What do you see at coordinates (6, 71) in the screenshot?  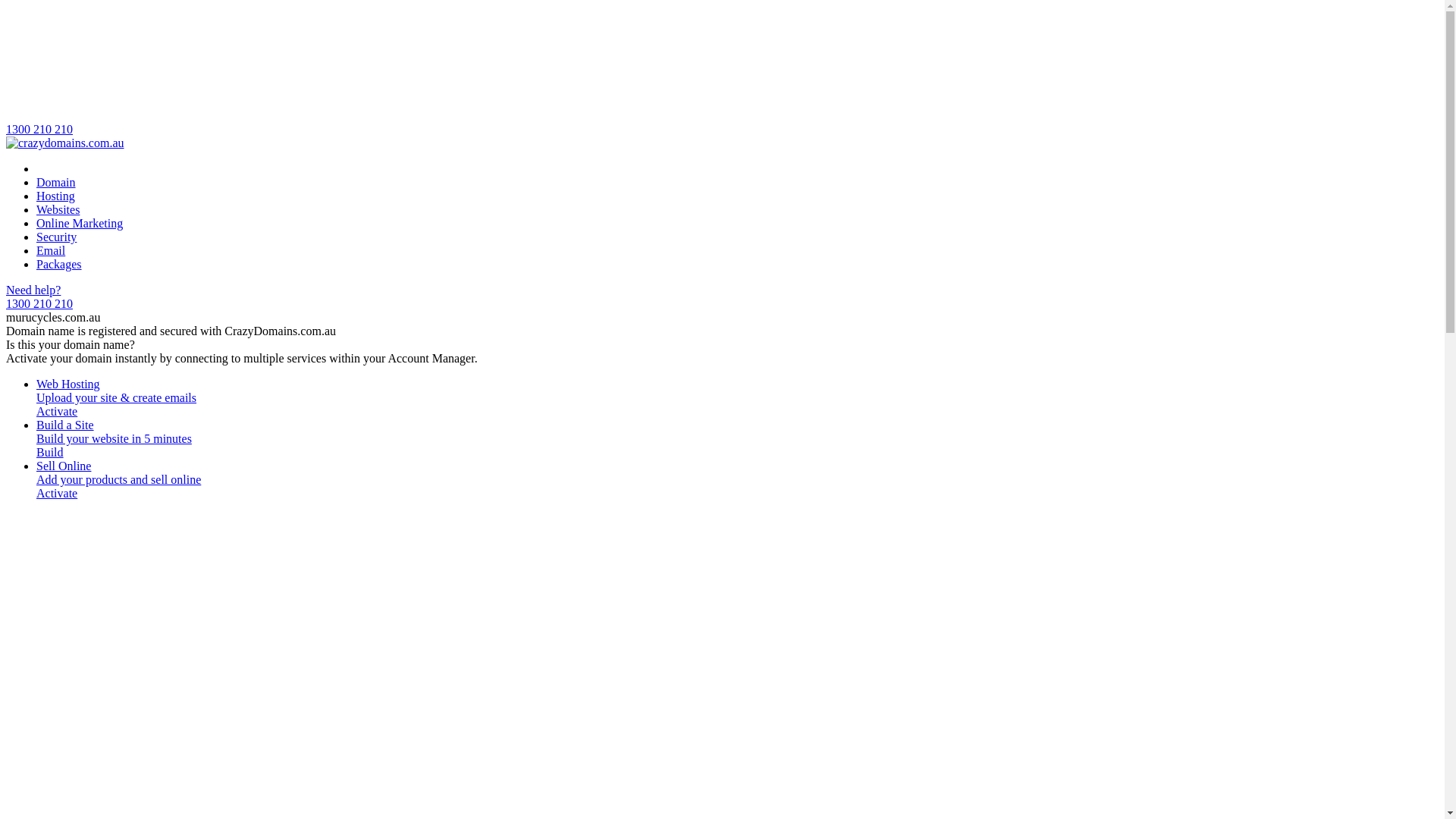 I see `'1300 210 210'` at bounding box center [6, 71].